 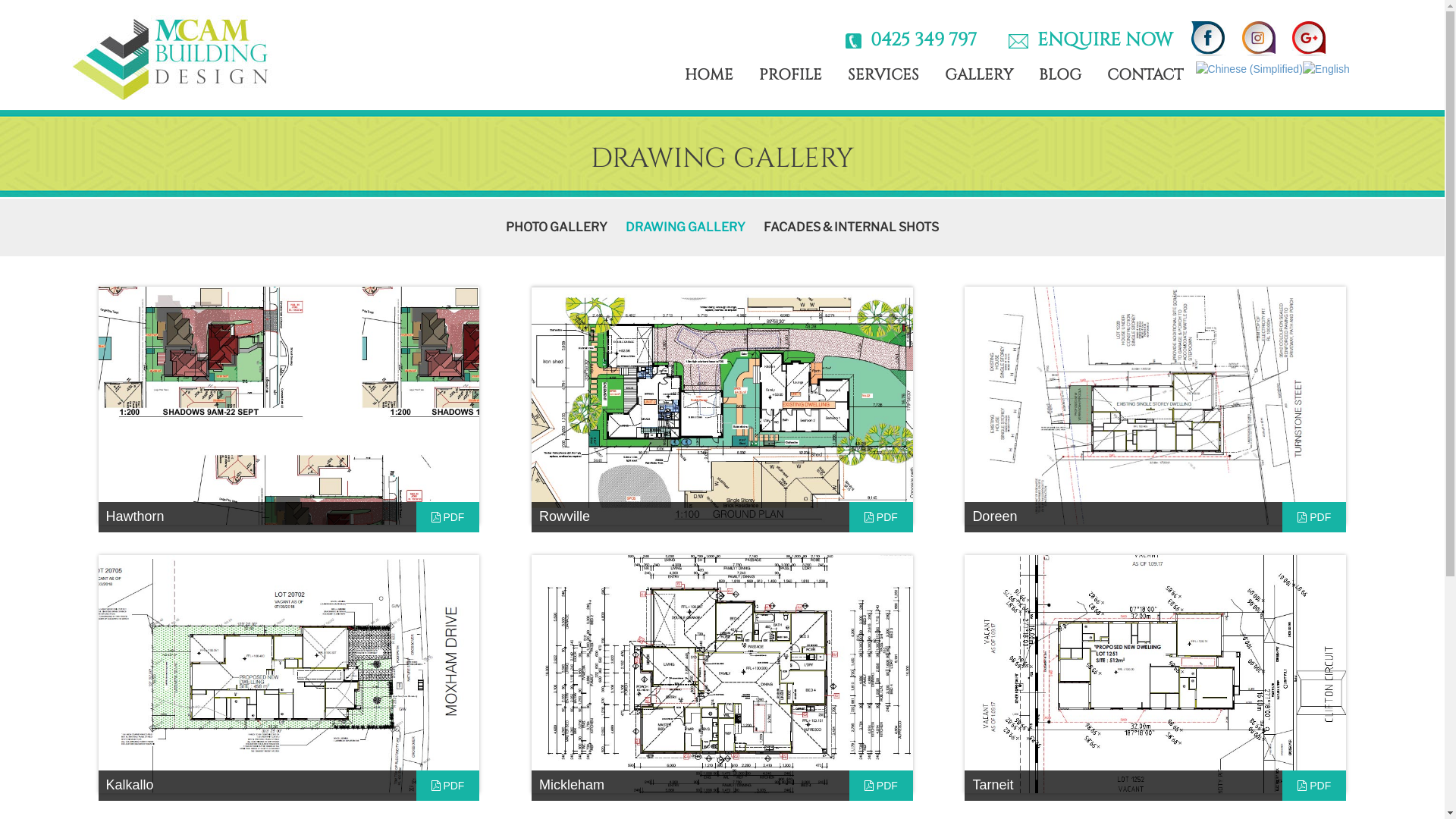 I want to click on 'DRAWING GALLERY', so click(x=626, y=227).